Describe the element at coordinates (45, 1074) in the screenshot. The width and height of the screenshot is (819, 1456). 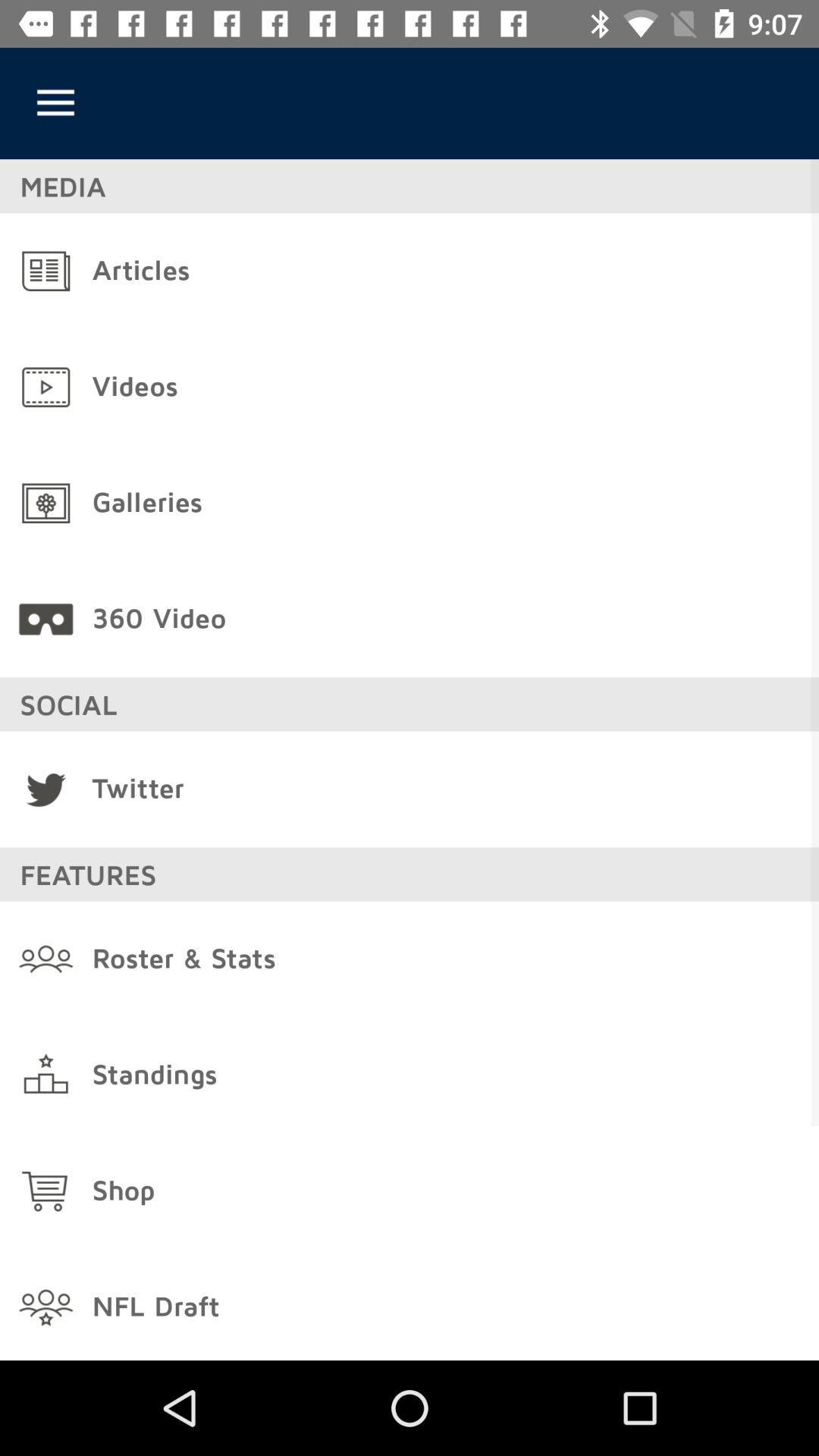
I see `the icon on left to the standings button on the web page` at that location.